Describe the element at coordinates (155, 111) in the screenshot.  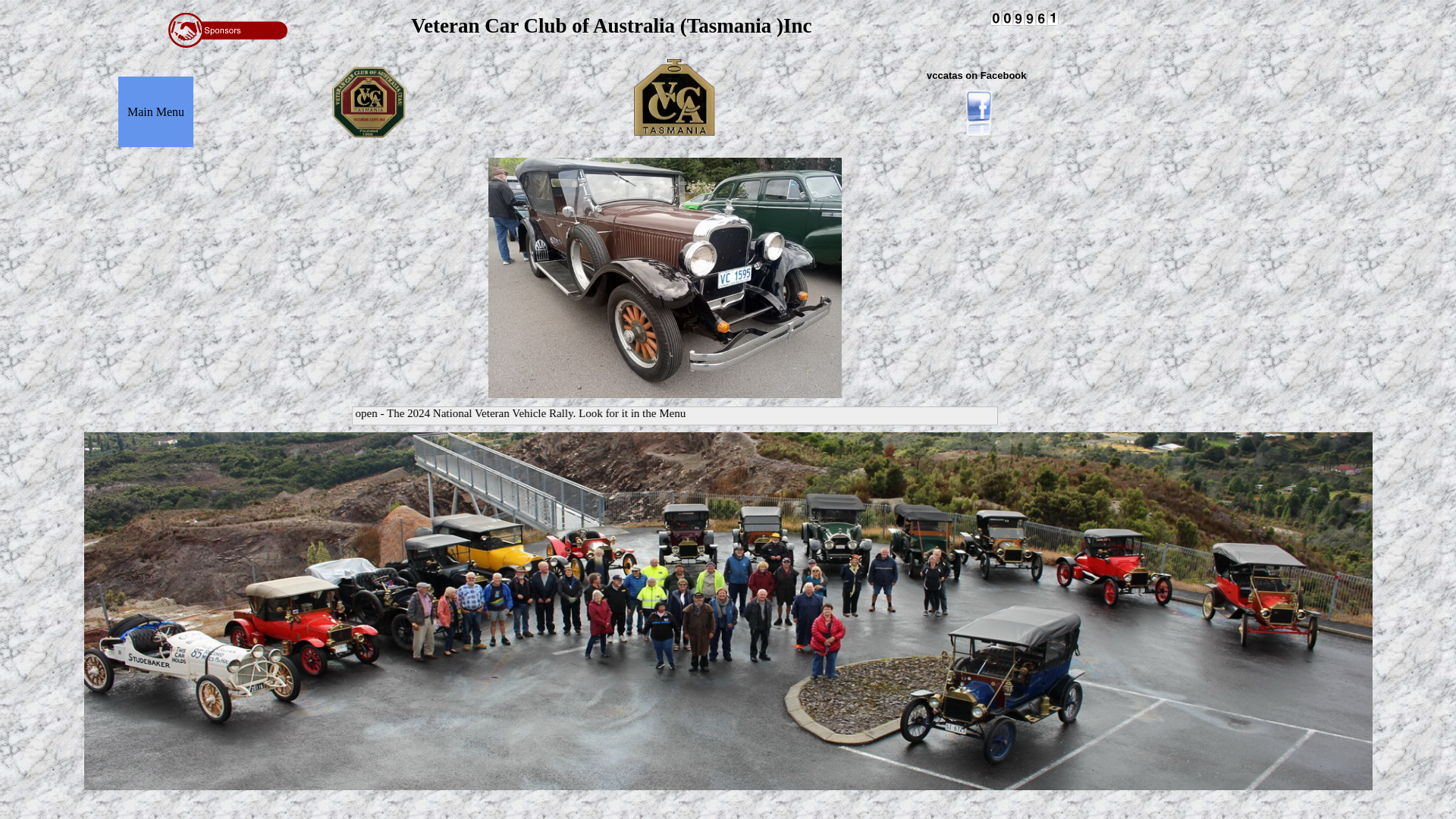
I see `'Main Menu'` at that location.